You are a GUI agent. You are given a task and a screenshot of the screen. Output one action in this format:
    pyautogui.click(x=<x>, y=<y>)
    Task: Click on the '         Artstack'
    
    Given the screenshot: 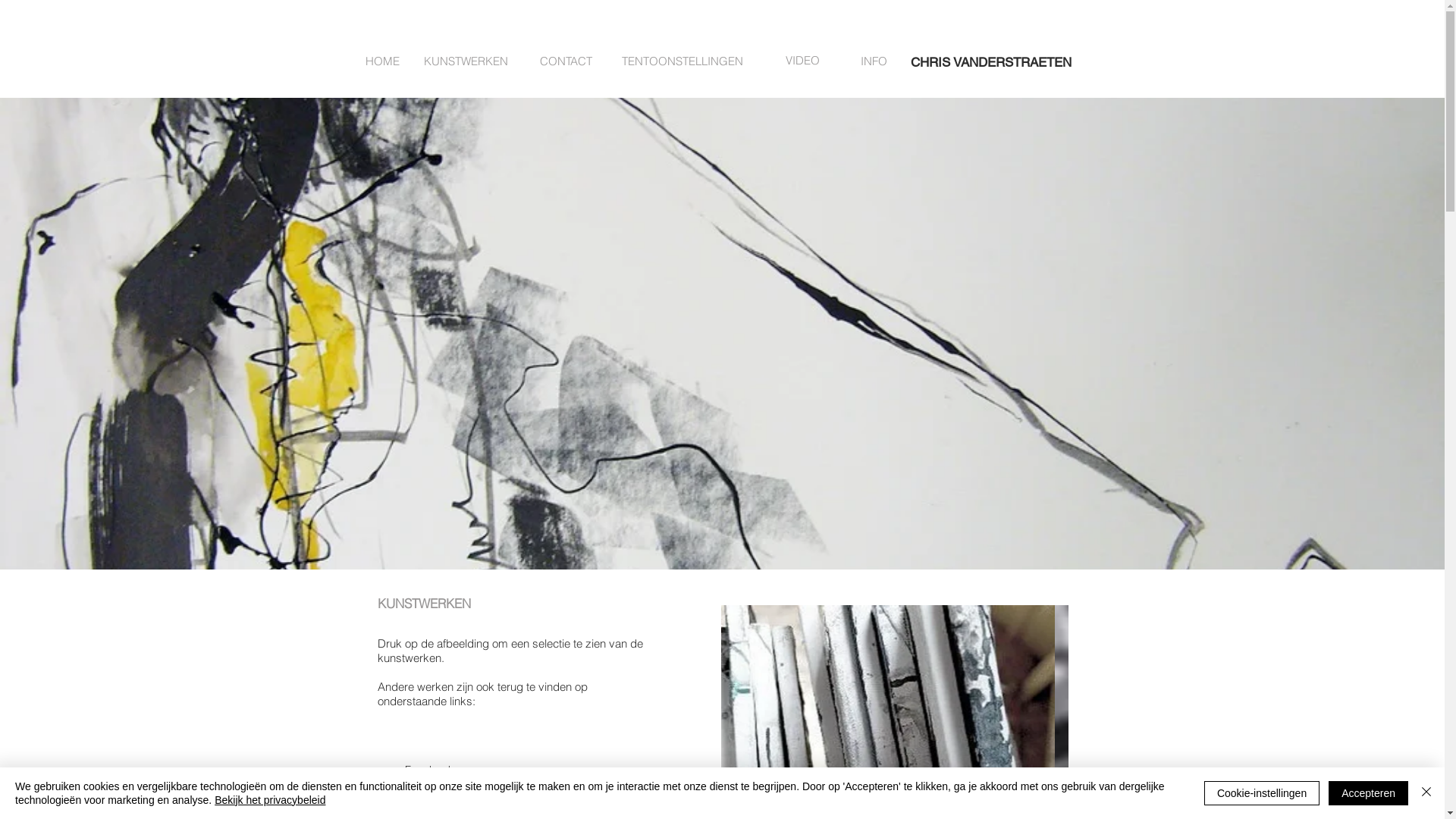 What is the action you would take?
    pyautogui.click(x=411, y=795)
    